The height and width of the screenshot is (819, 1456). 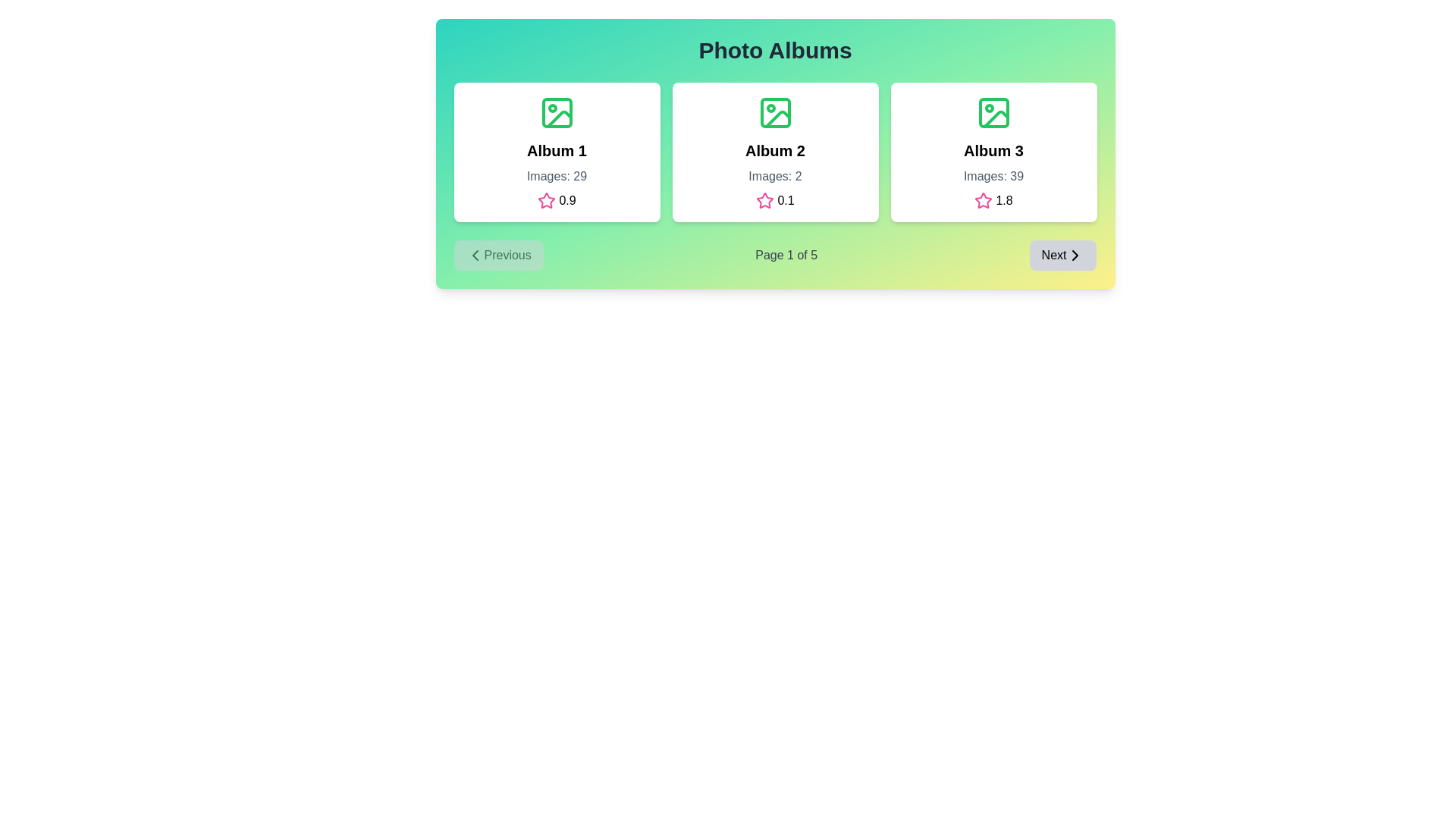 What do you see at coordinates (786, 254) in the screenshot?
I see `the Text Label that indicates the current page number and total pages in the pagination system, located at the bottom of the card layout between the 'Previous' and 'Next' buttons` at bounding box center [786, 254].